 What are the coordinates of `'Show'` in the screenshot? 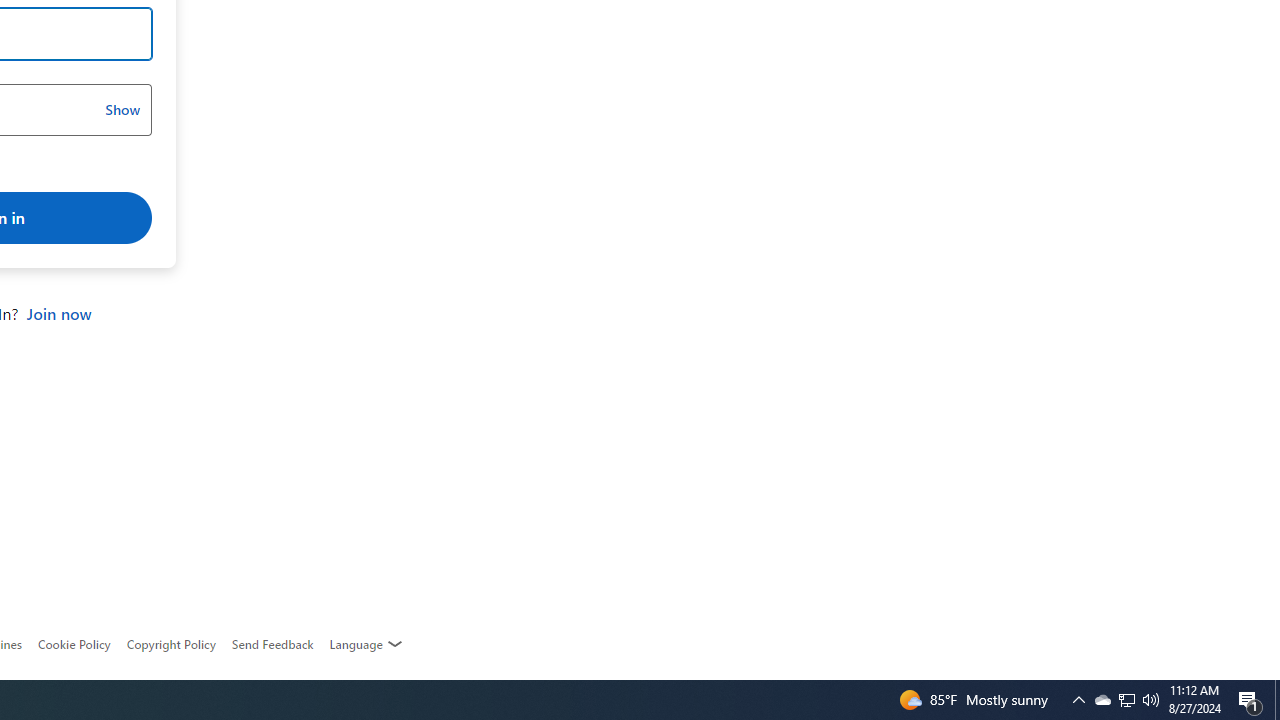 It's located at (121, 110).